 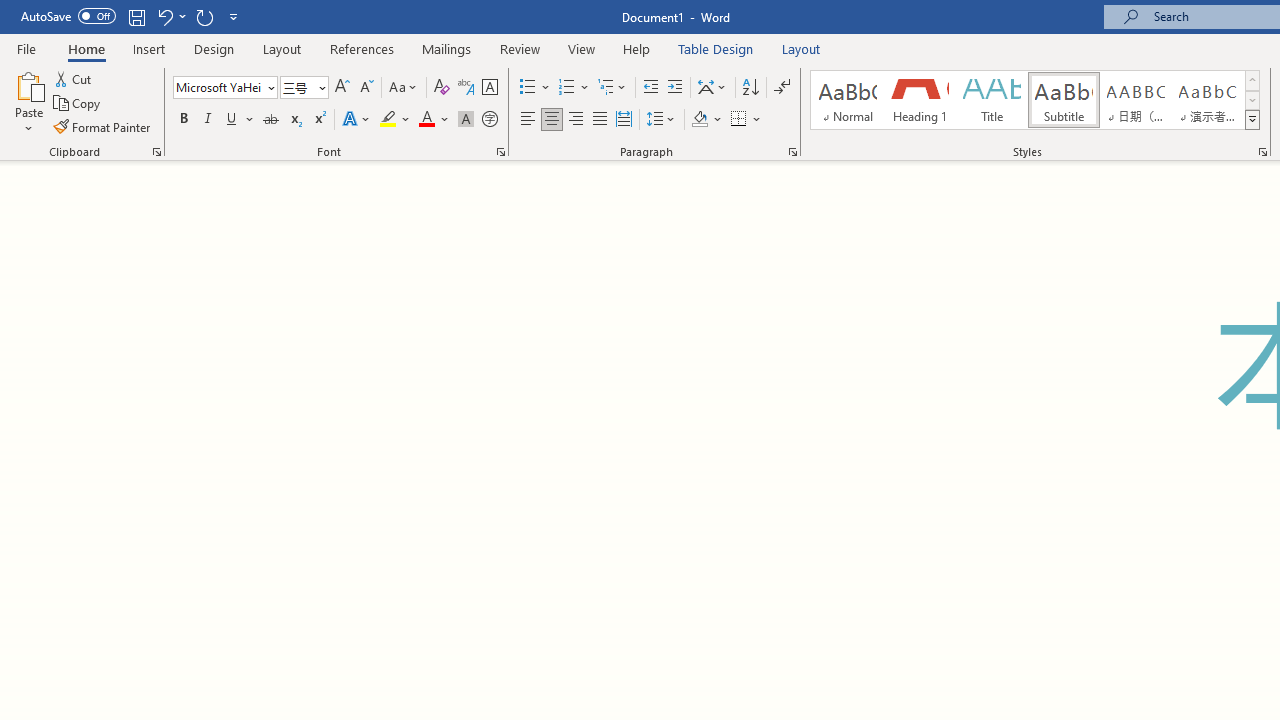 What do you see at coordinates (433, 119) in the screenshot?
I see `'Font Color'` at bounding box center [433, 119].